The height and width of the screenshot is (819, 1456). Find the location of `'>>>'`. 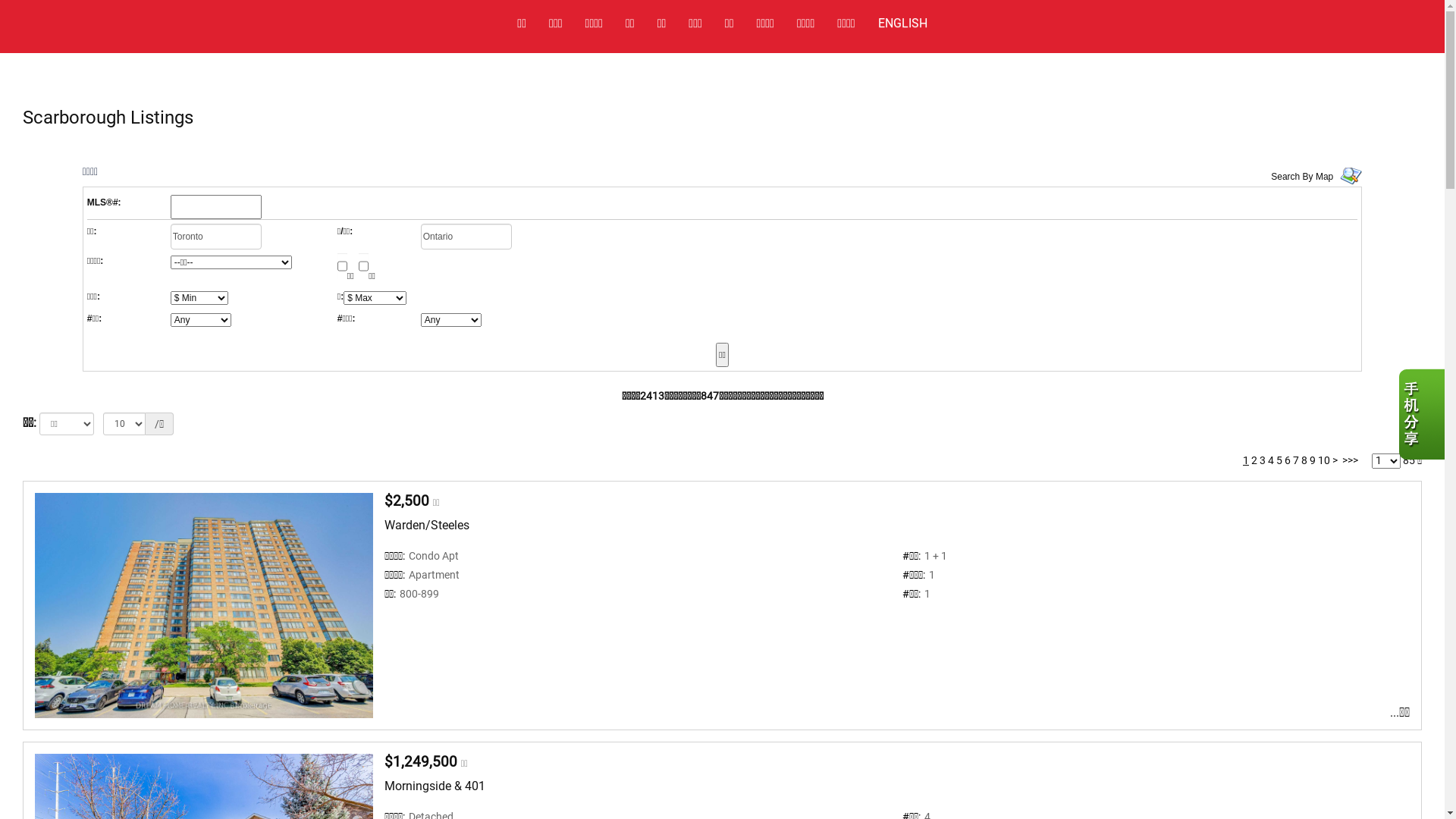

'>>>' is located at coordinates (1342, 459).